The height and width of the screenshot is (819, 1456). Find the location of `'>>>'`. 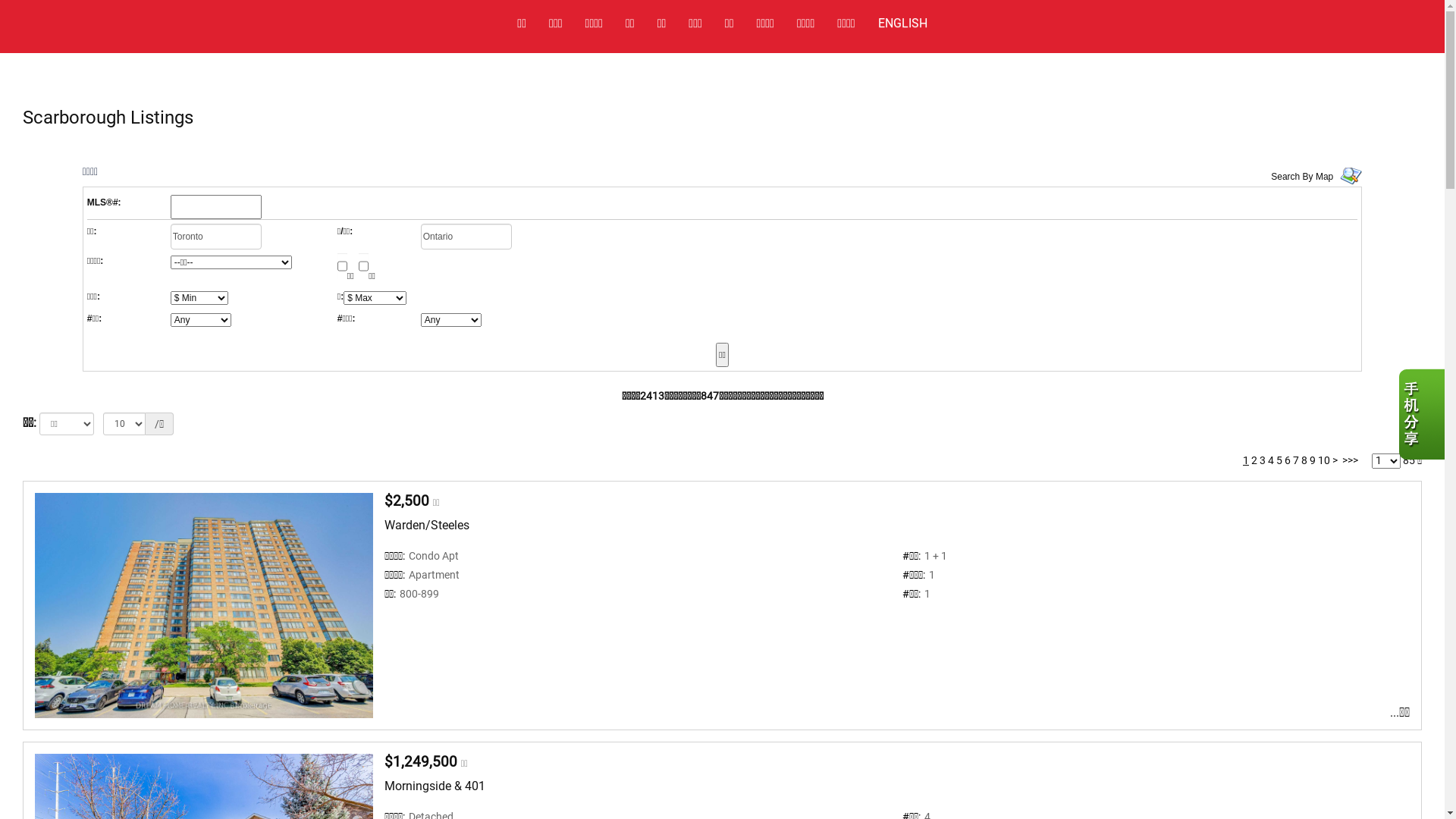

'>>>' is located at coordinates (1342, 459).